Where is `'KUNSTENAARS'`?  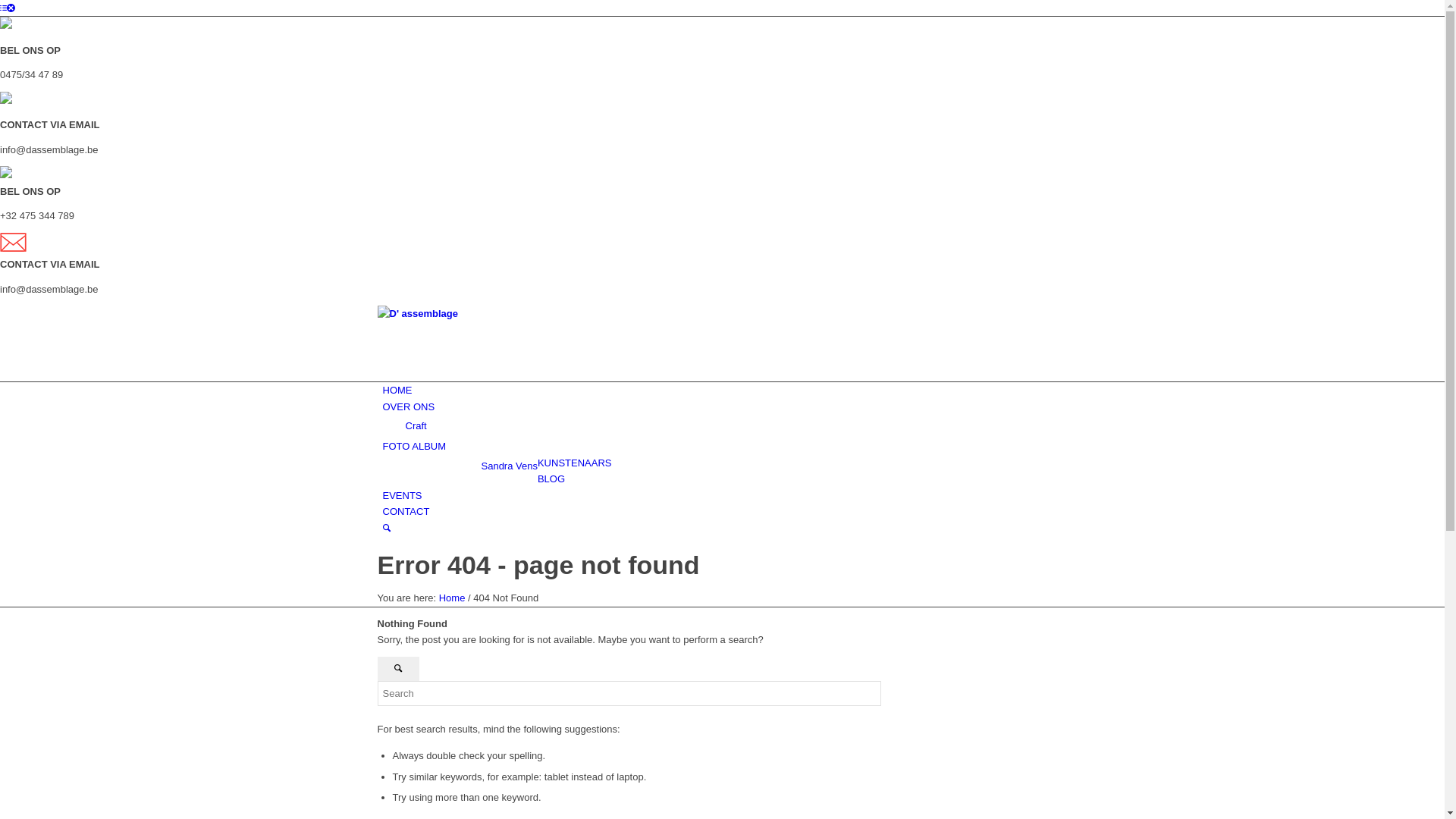
'KUNSTENAARS' is located at coordinates (574, 462).